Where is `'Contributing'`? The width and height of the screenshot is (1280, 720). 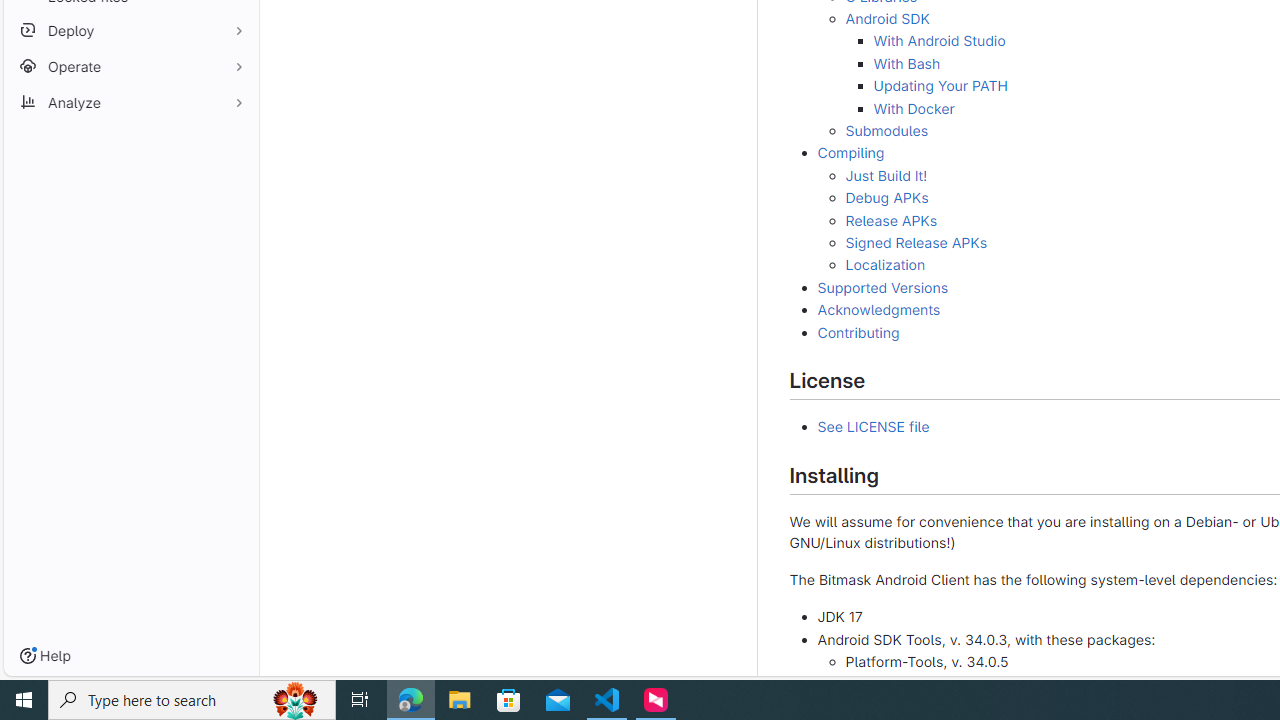 'Contributing' is located at coordinates (858, 331).